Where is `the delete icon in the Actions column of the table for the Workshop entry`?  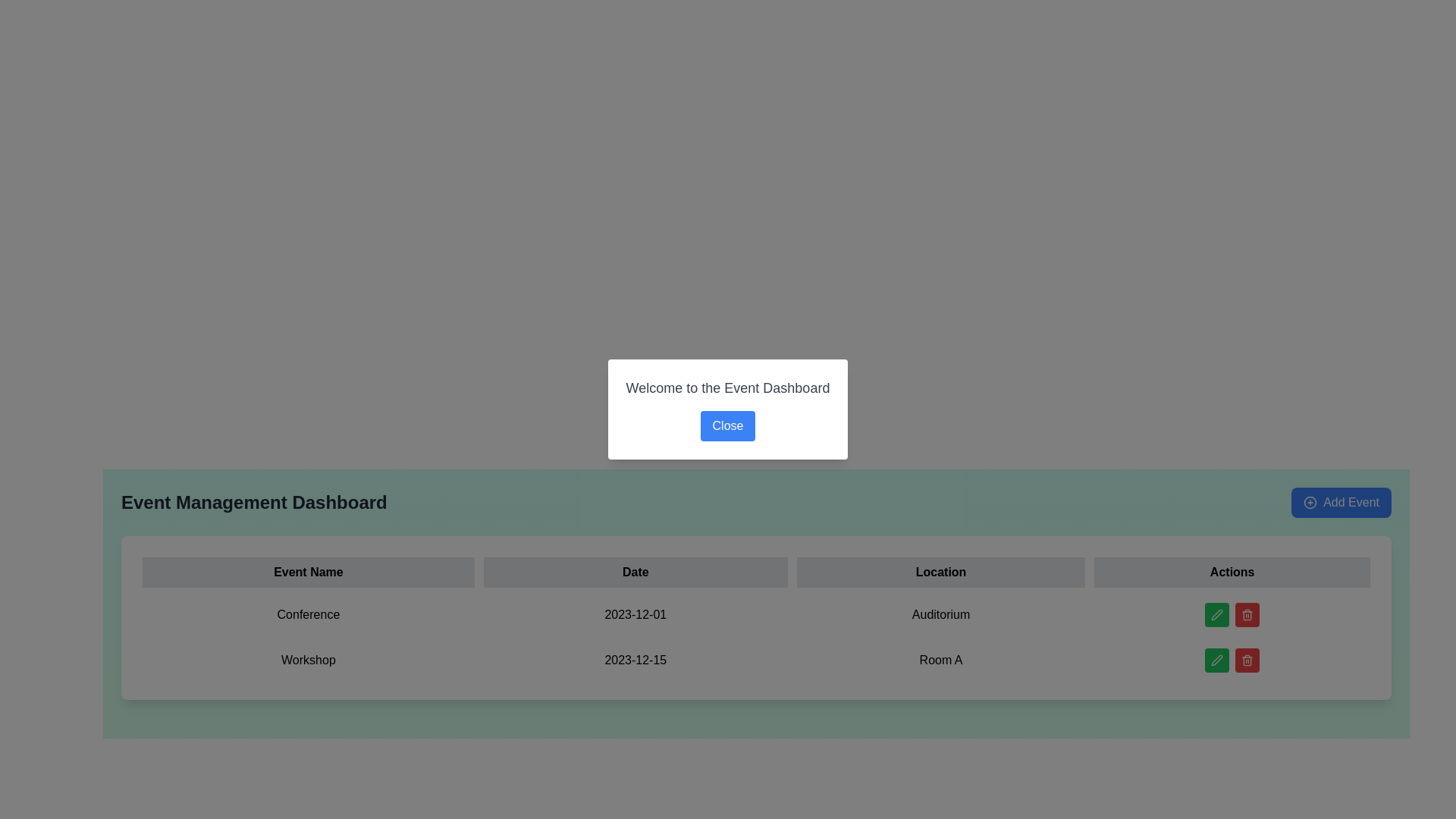 the delete icon in the Actions column of the table for the Workshop entry is located at coordinates (1247, 661).